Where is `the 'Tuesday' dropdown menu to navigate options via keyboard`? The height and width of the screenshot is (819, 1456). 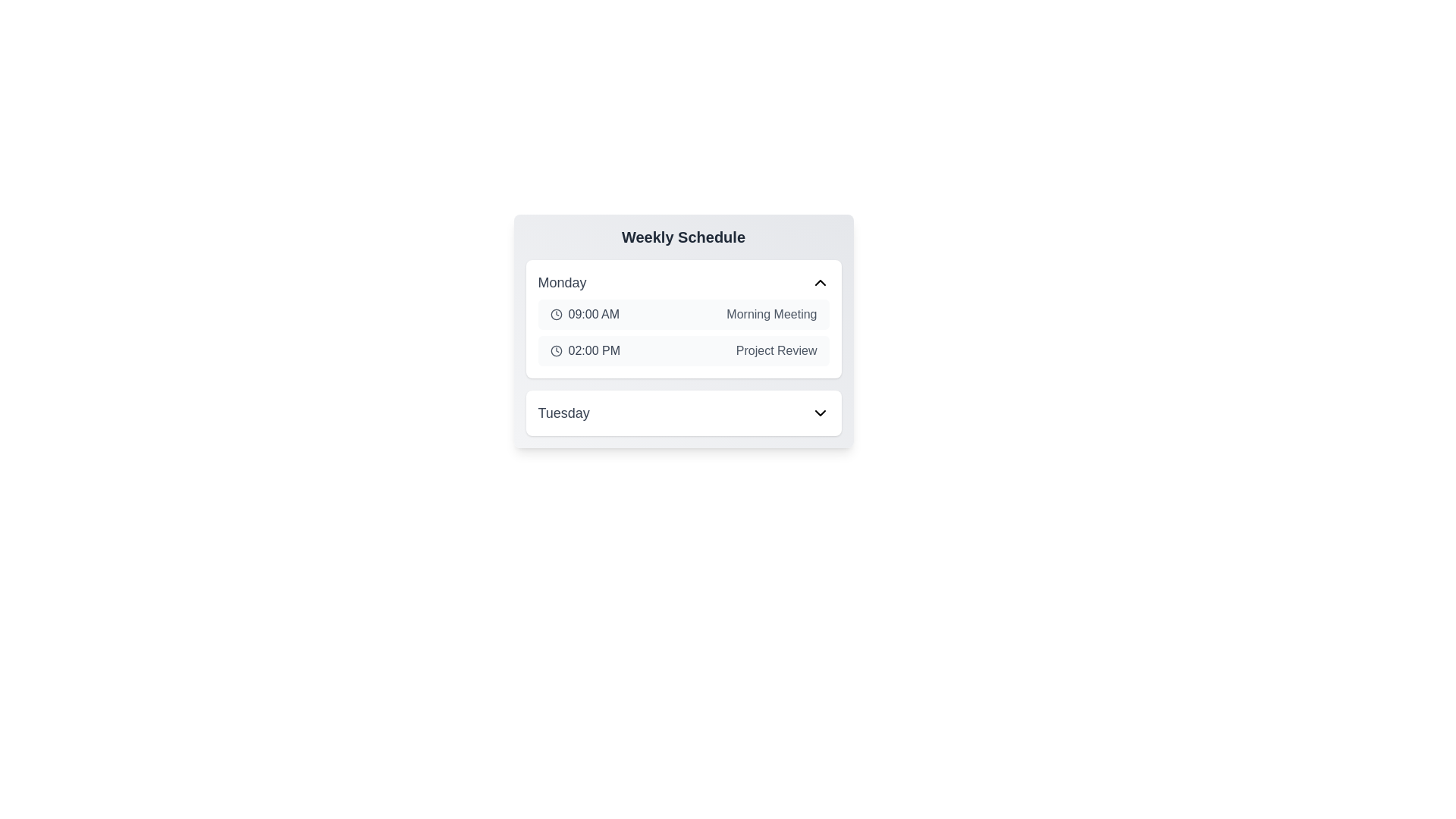
the 'Tuesday' dropdown menu to navigate options via keyboard is located at coordinates (682, 413).